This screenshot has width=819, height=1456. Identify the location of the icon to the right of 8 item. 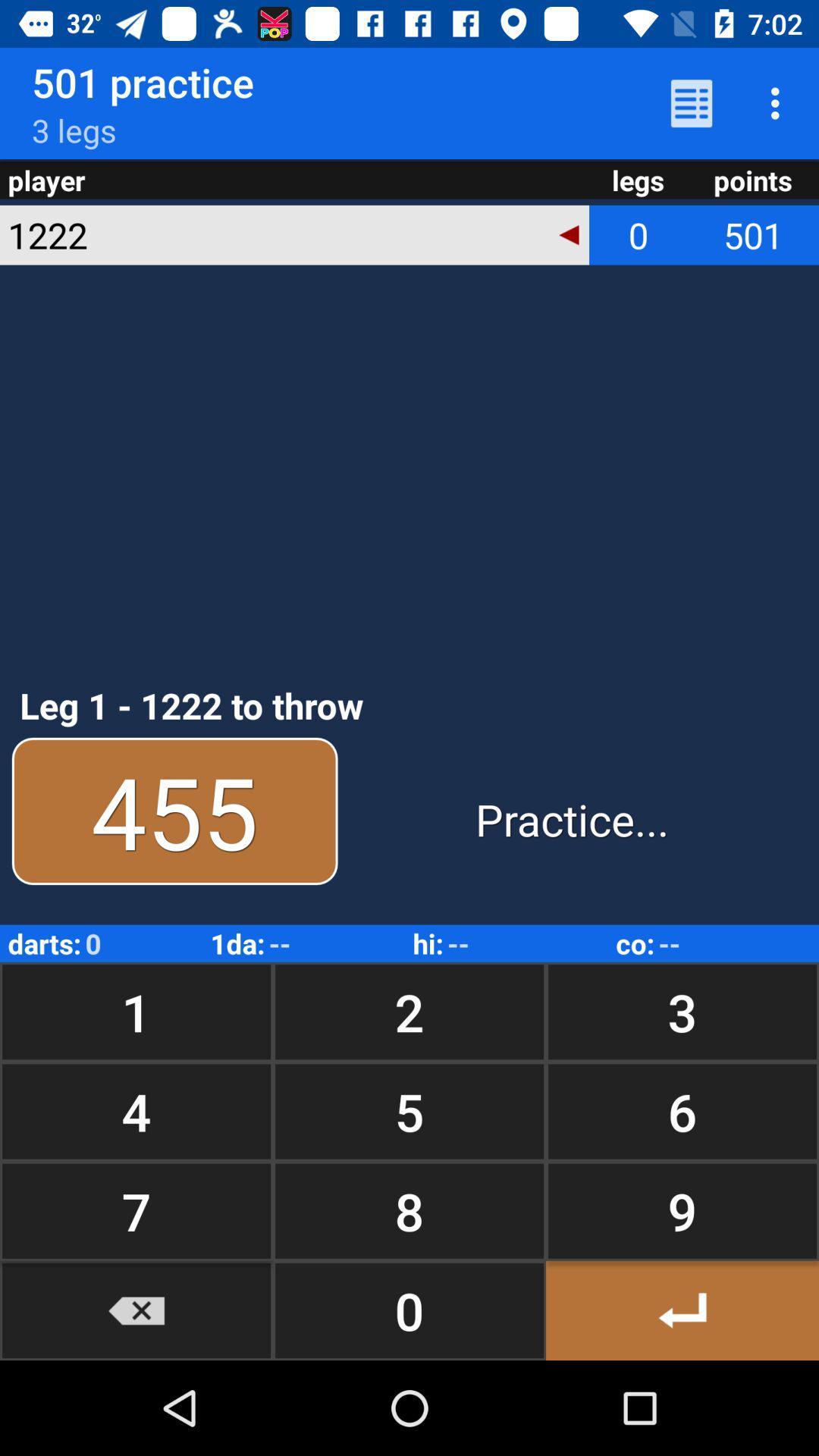
(681, 1310).